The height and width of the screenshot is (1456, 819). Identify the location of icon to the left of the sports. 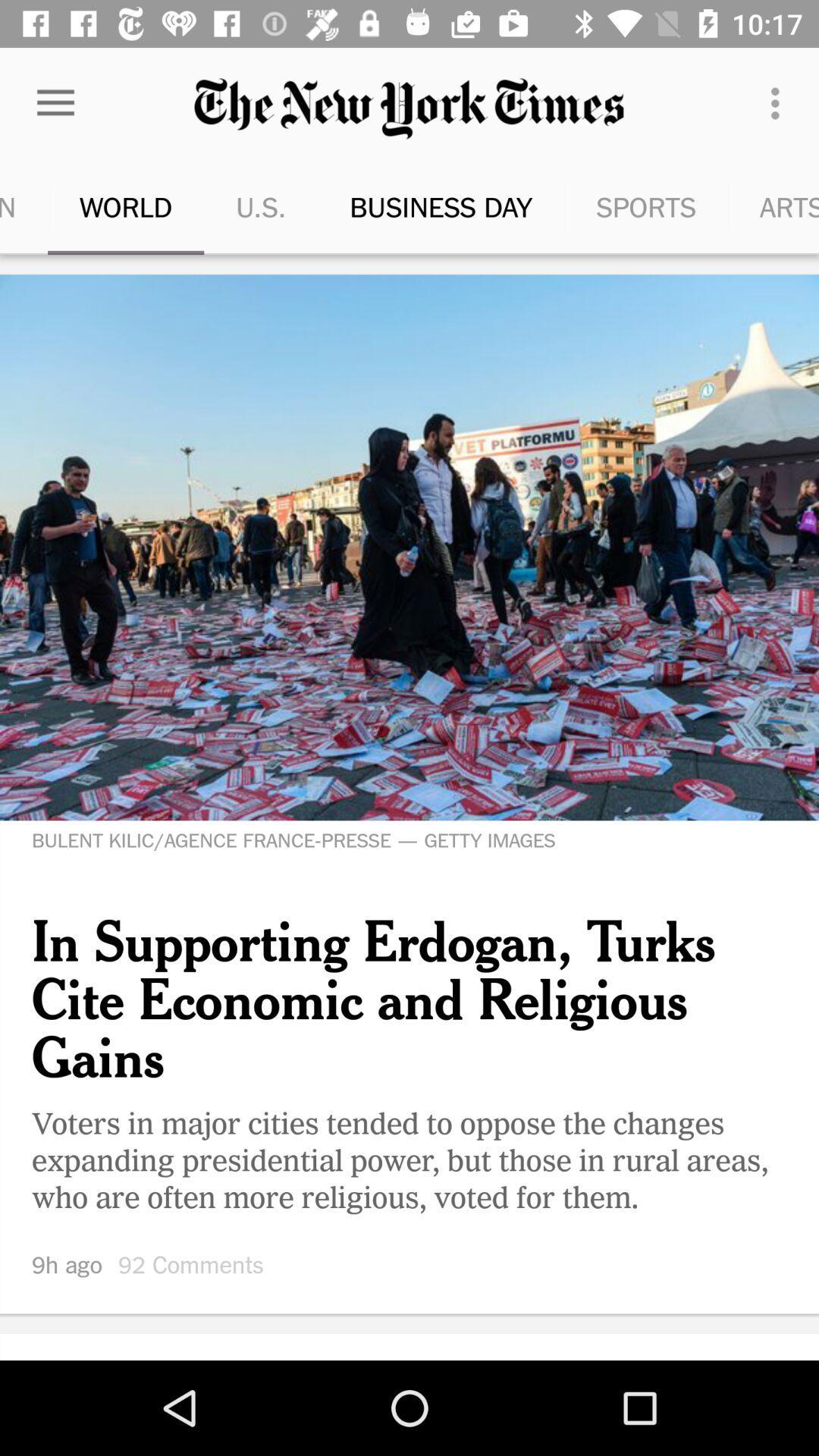
(401, 206).